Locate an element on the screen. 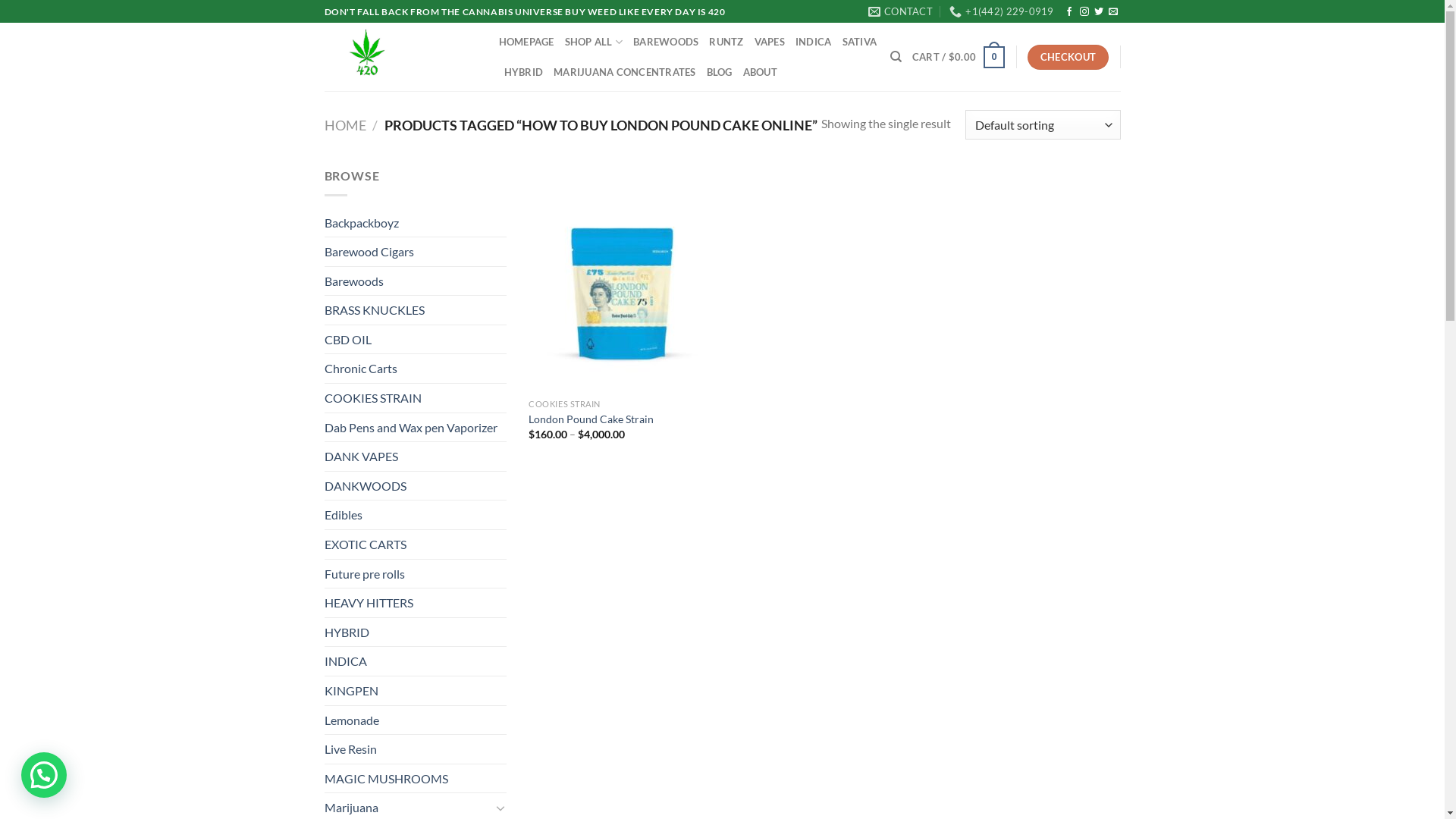  'Lemonade' is located at coordinates (323, 719).